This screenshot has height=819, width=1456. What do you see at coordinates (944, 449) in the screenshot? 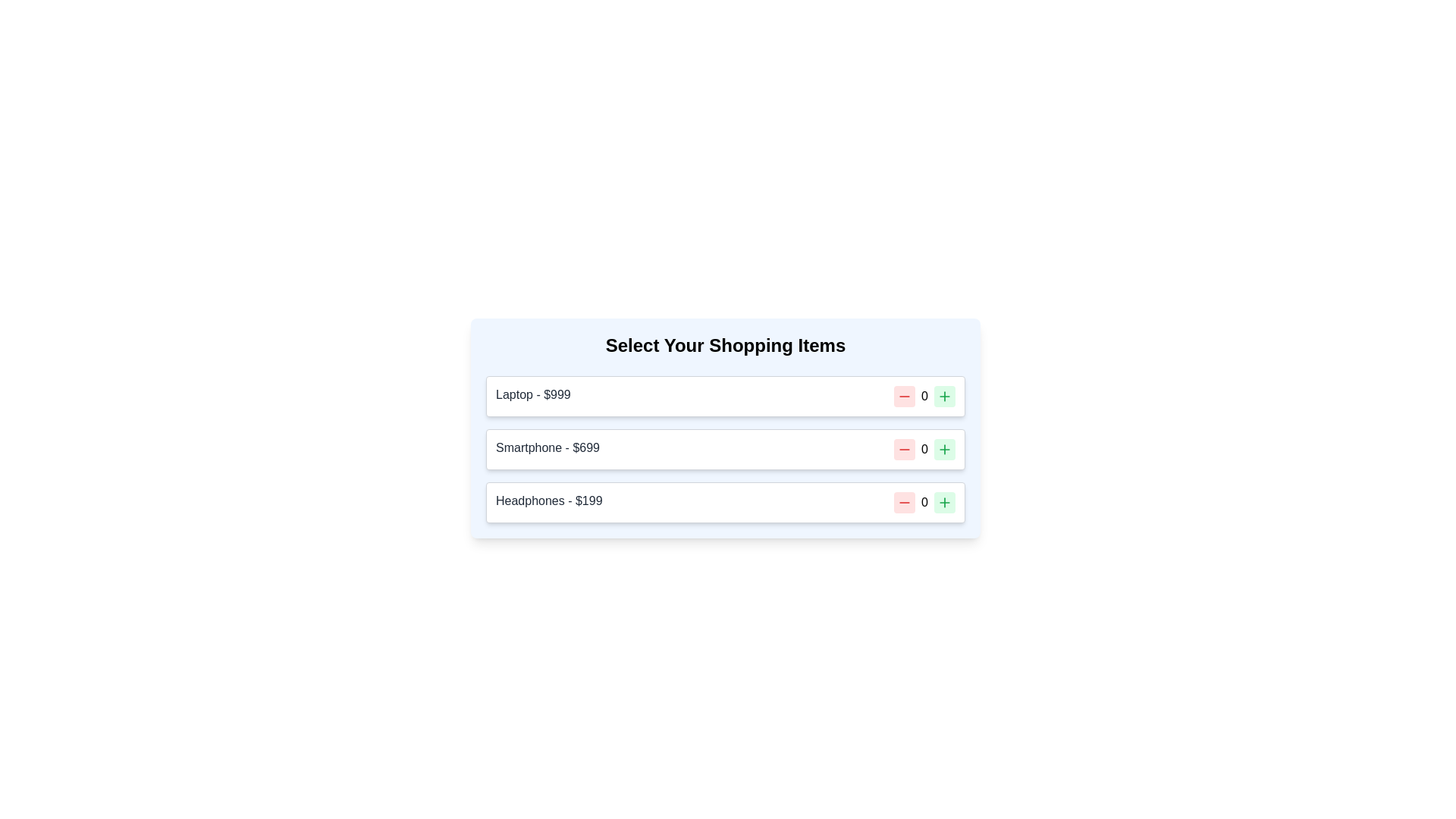
I see `the green plus icon SVG button located to the far right of the row labeled 'Smartphone - $699'` at bounding box center [944, 449].